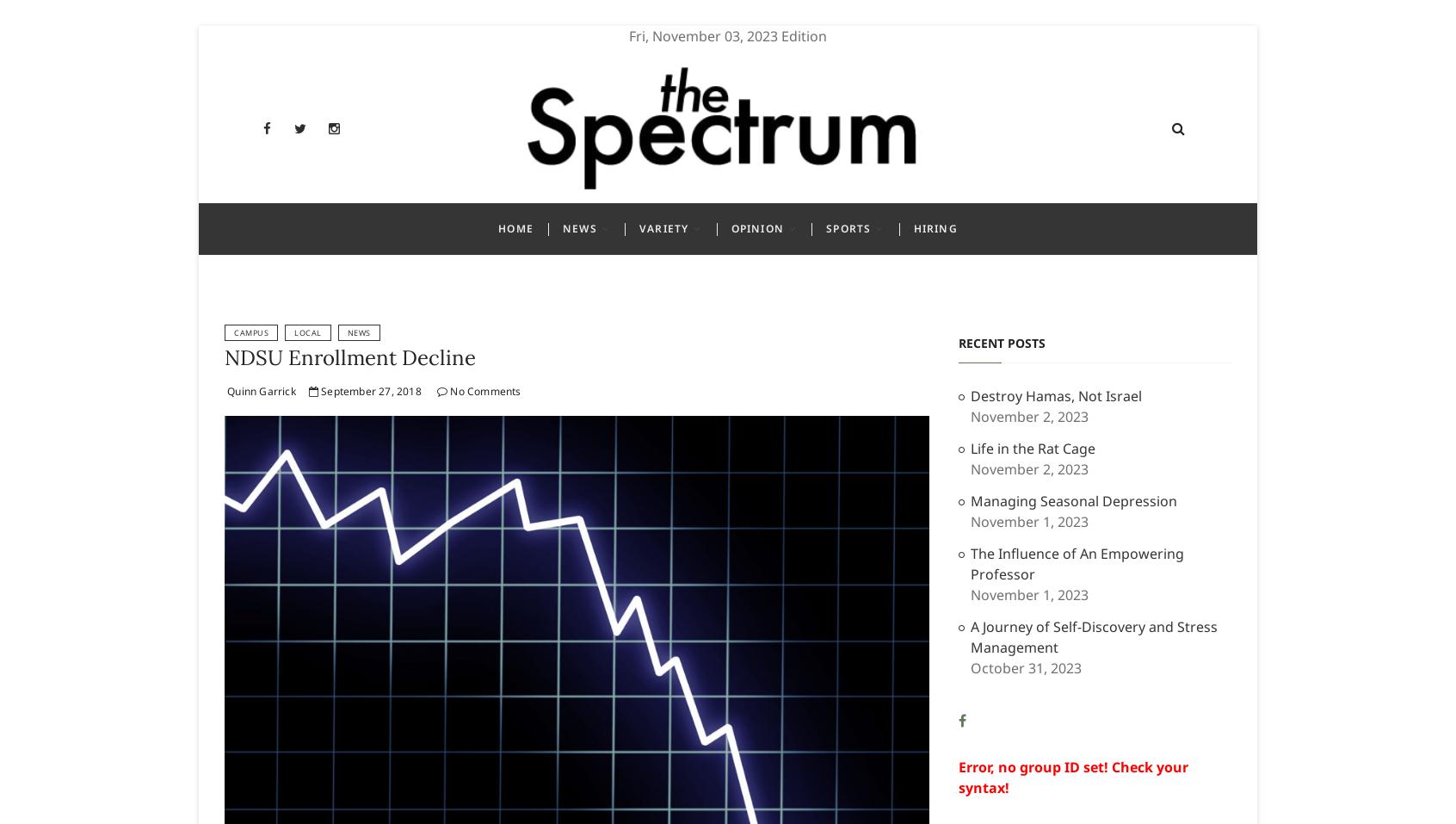 The height and width of the screenshot is (824, 1456). Describe the element at coordinates (971, 448) in the screenshot. I see `'Life in the Rat Cage'` at that location.